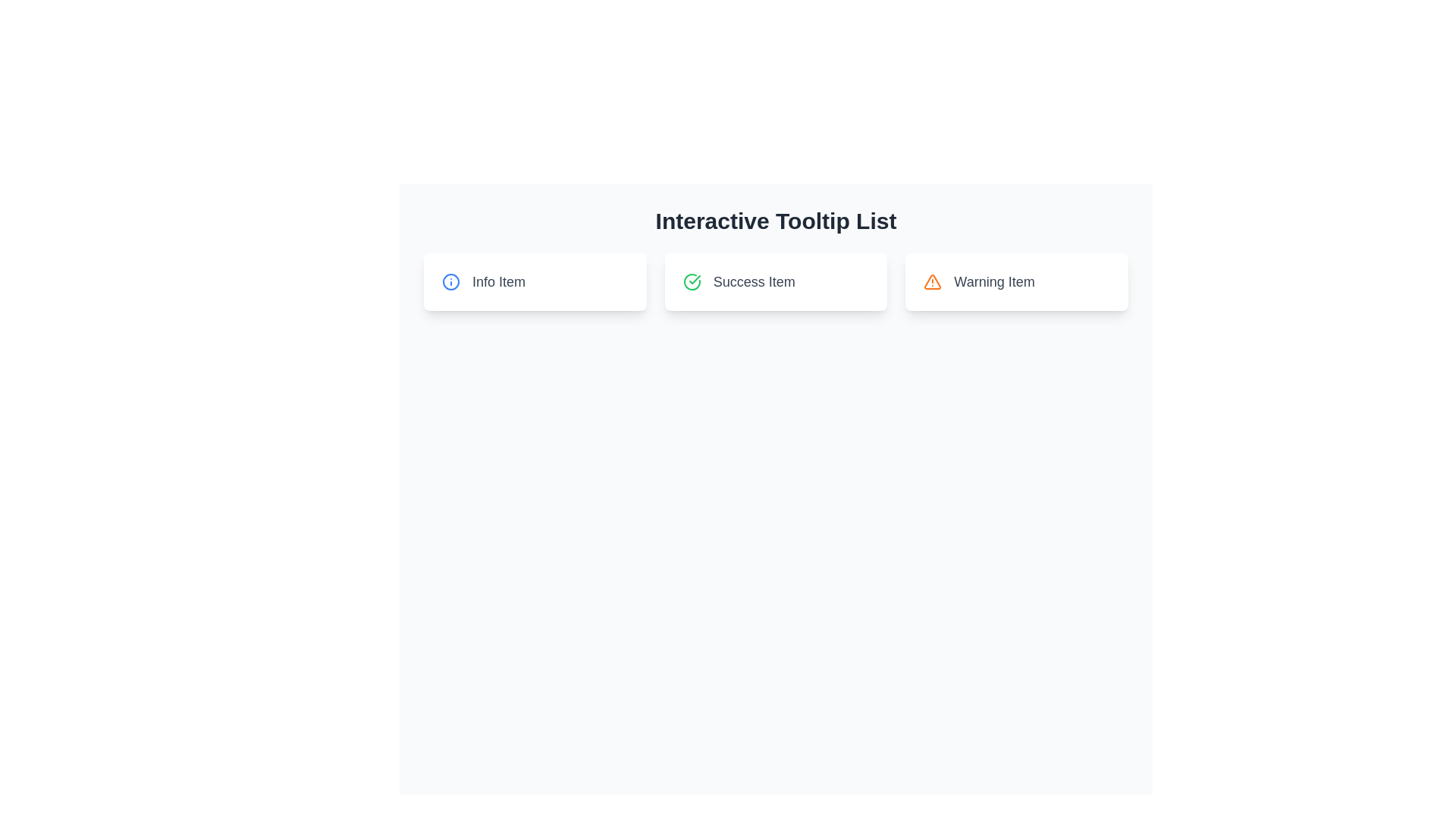 Image resolution: width=1456 pixels, height=819 pixels. I want to click on the 'Info Item' card in the Interactive Tooltip List, so click(776, 281).